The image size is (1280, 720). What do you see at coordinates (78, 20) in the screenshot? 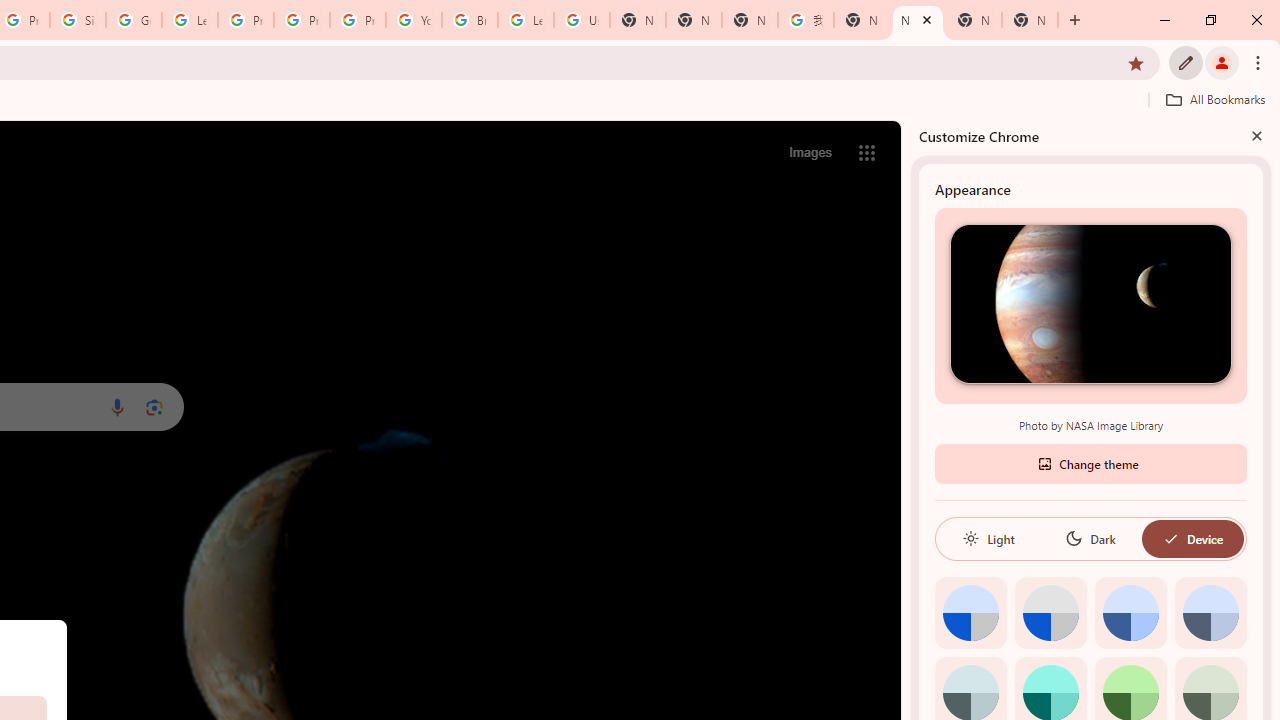
I see `'Sign in - Google Accounts'` at bounding box center [78, 20].